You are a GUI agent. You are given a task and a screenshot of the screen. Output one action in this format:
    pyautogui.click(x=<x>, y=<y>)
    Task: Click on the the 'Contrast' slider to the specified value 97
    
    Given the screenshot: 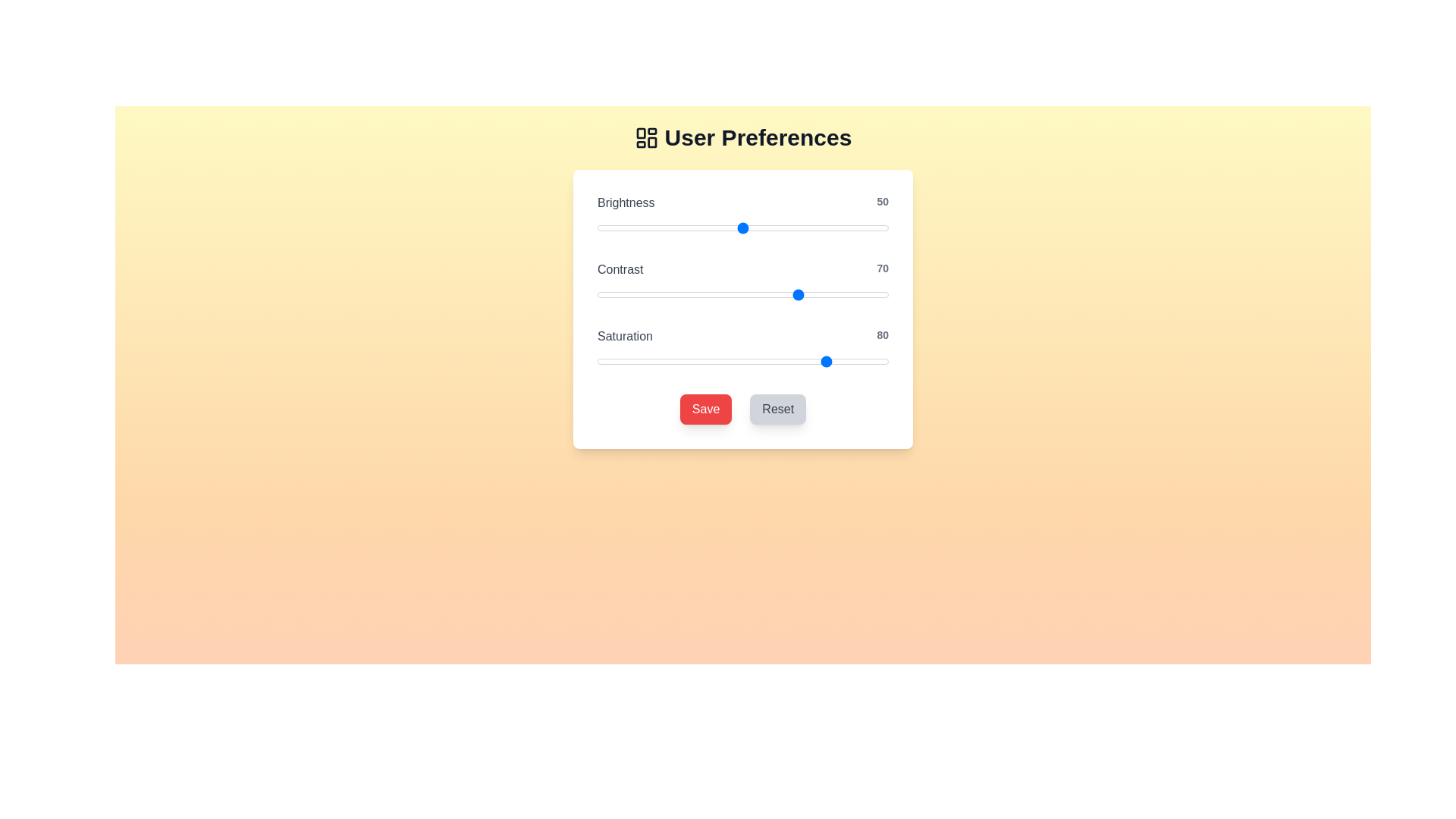 What is the action you would take?
    pyautogui.click(x=880, y=295)
    